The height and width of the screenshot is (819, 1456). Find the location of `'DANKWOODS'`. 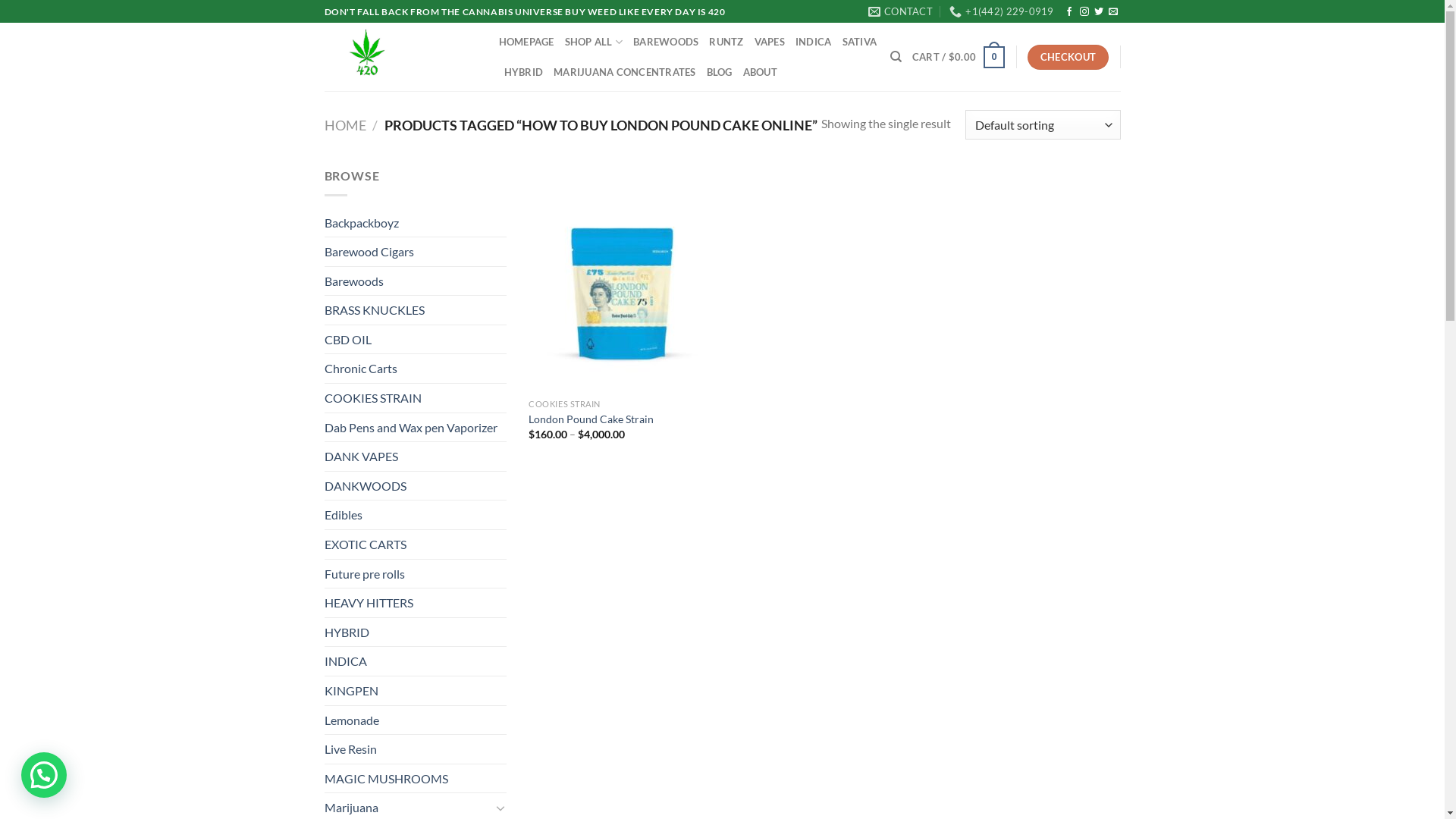

'DANKWOODS' is located at coordinates (415, 485).